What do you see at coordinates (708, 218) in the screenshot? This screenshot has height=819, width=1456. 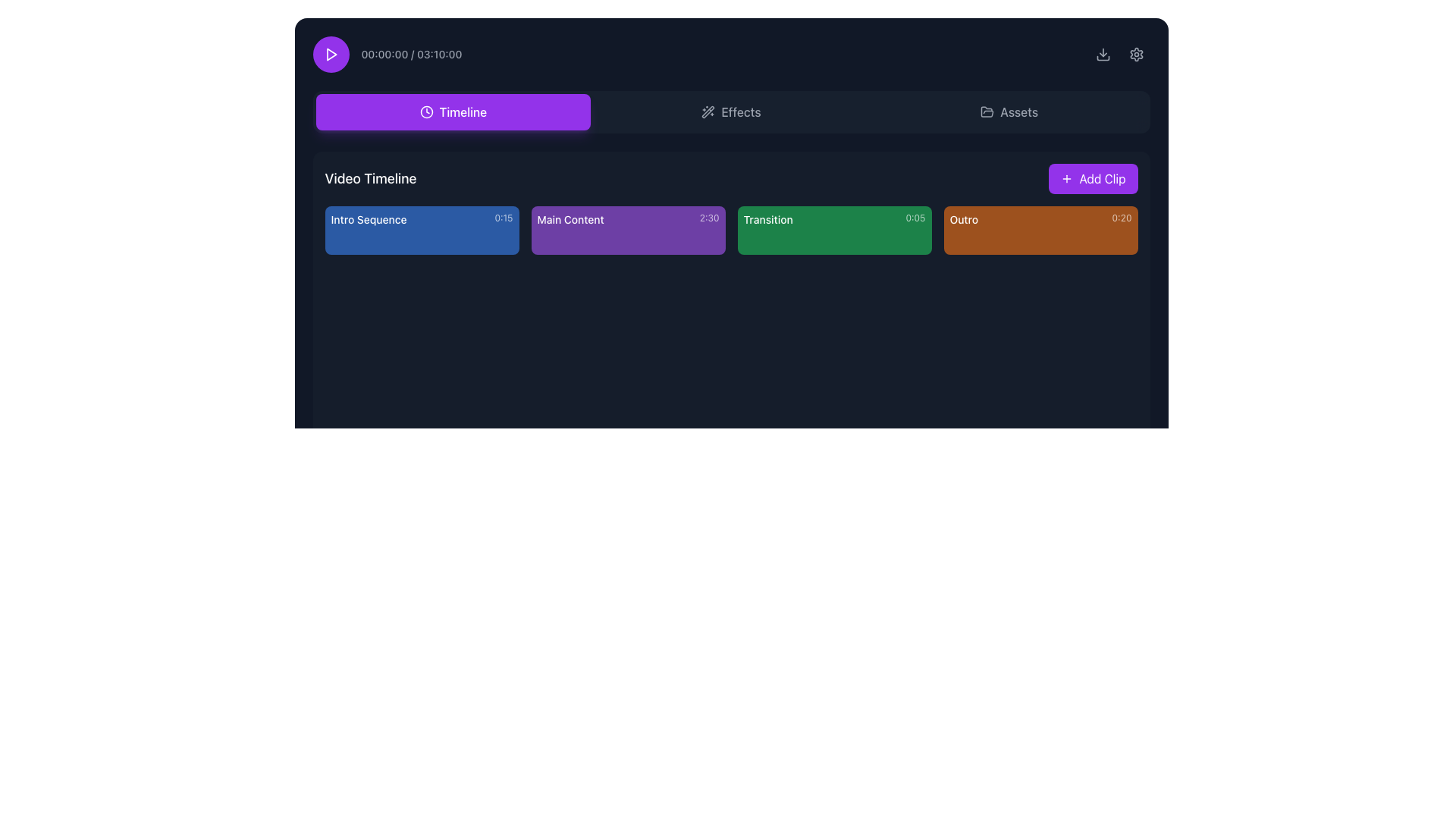 I see `the text label displaying the time '2:30' located at the right edge of the 'Main Content' rectangle` at bounding box center [708, 218].